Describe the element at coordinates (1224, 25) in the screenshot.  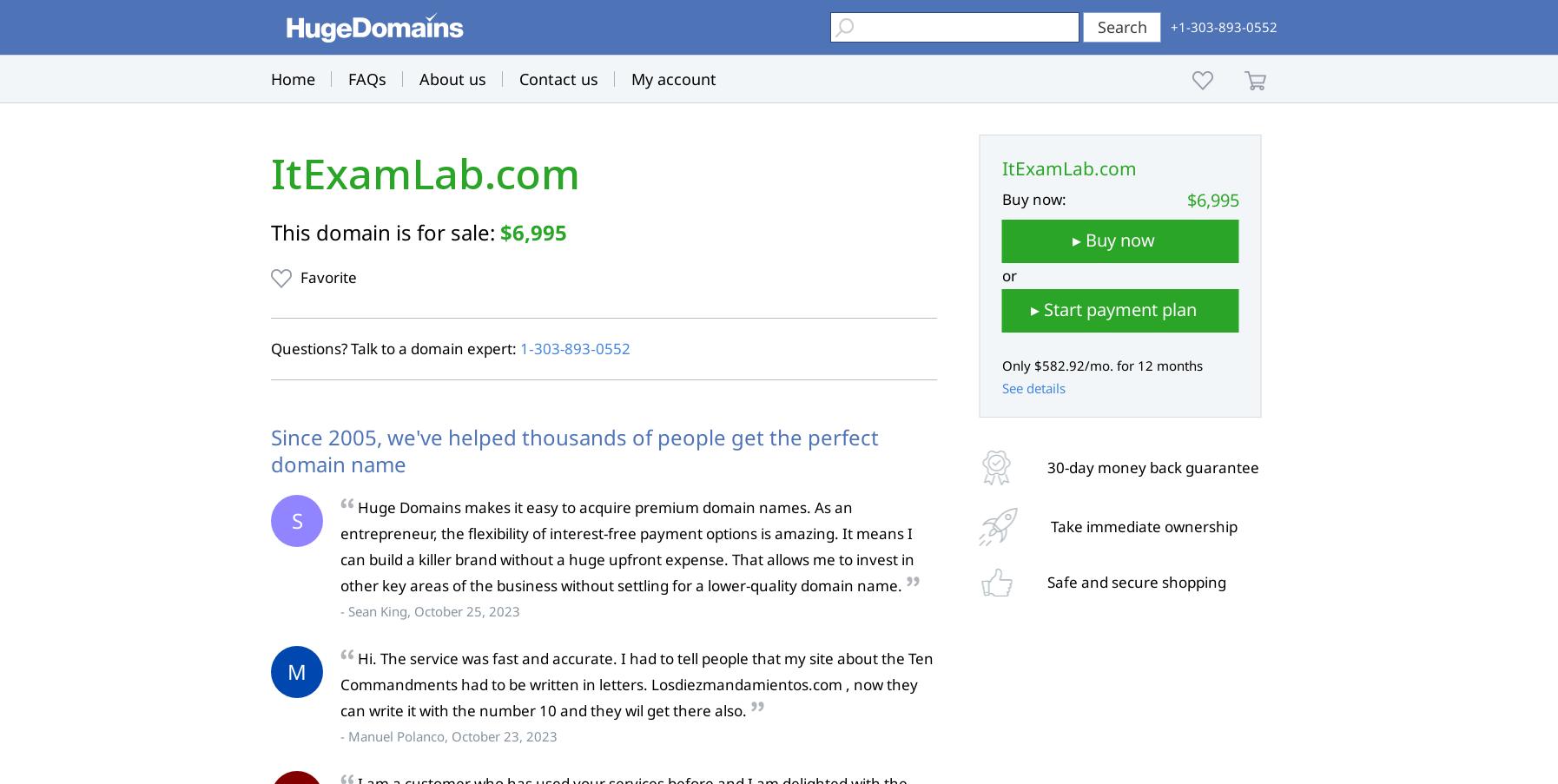
I see `'+1-303-893-0552'` at that location.